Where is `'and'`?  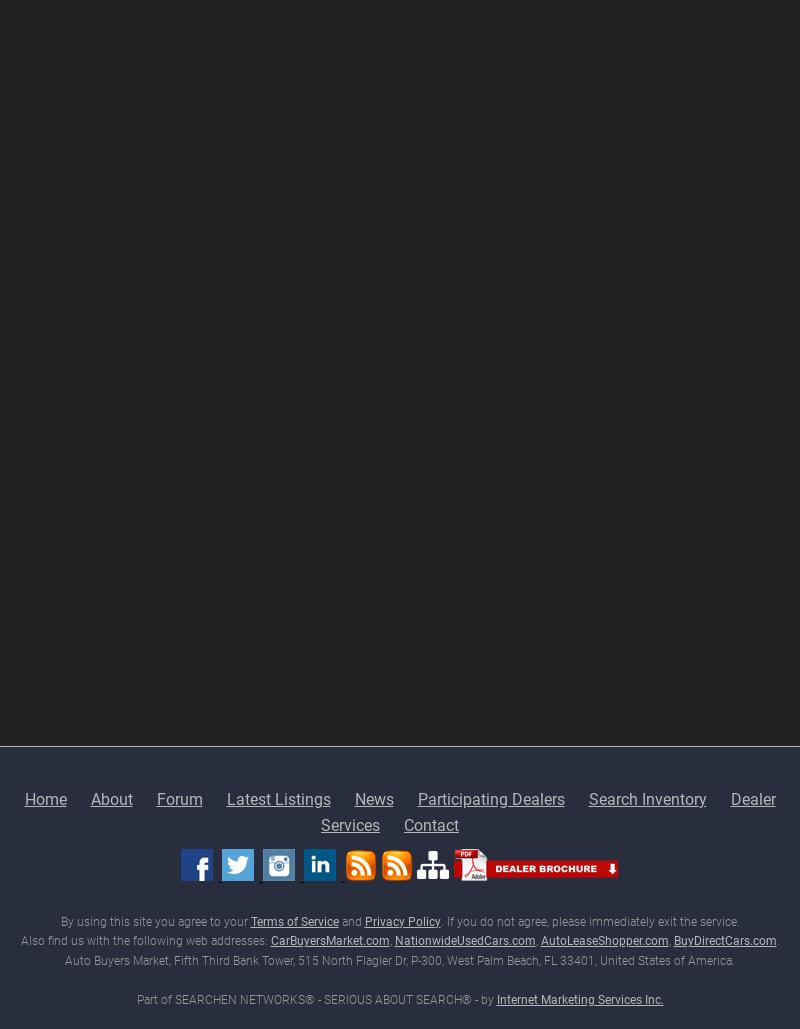
'and' is located at coordinates (350, 920).